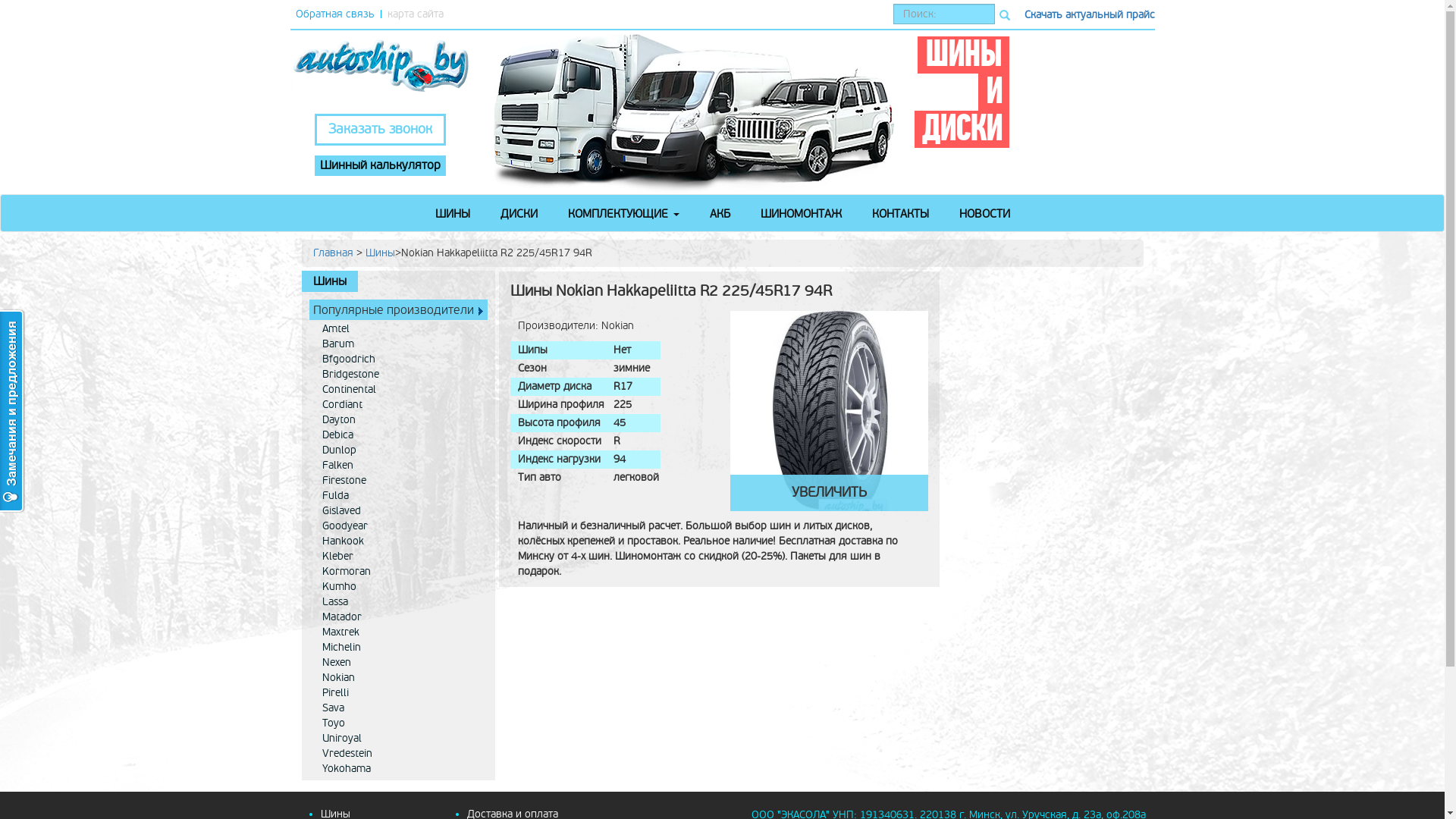 This screenshot has width=1456, height=819. Describe the element at coordinates (400, 328) in the screenshot. I see `'Amtel'` at that location.